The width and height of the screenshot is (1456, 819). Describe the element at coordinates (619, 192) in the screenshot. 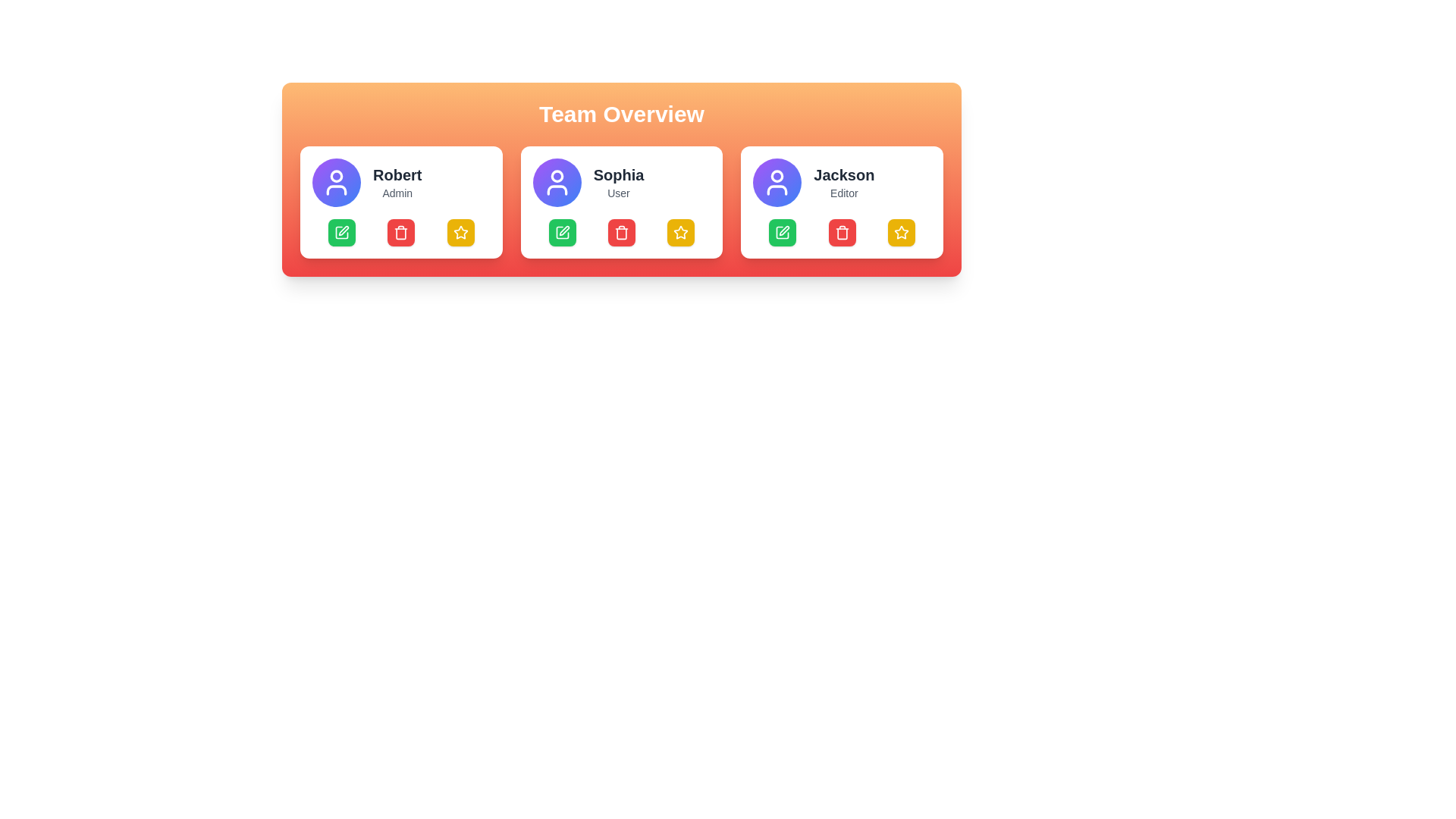

I see `the text label displaying 'User', which is styled in a small, gray font and located beneath the bold 'Sophia' label within the middle card layout` at that location.